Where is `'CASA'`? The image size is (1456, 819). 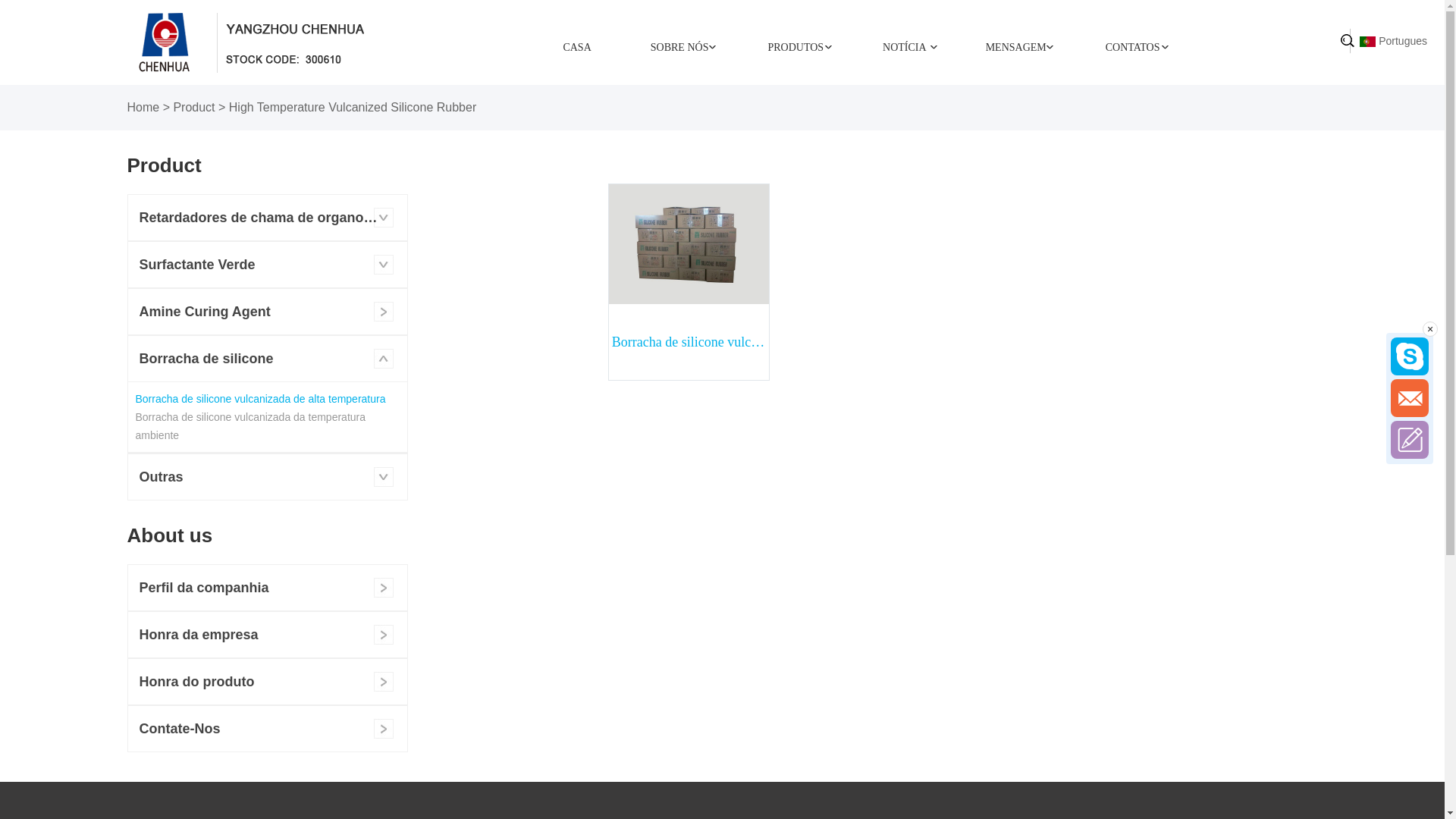 'CASA' is located at coordinates (576, 45).